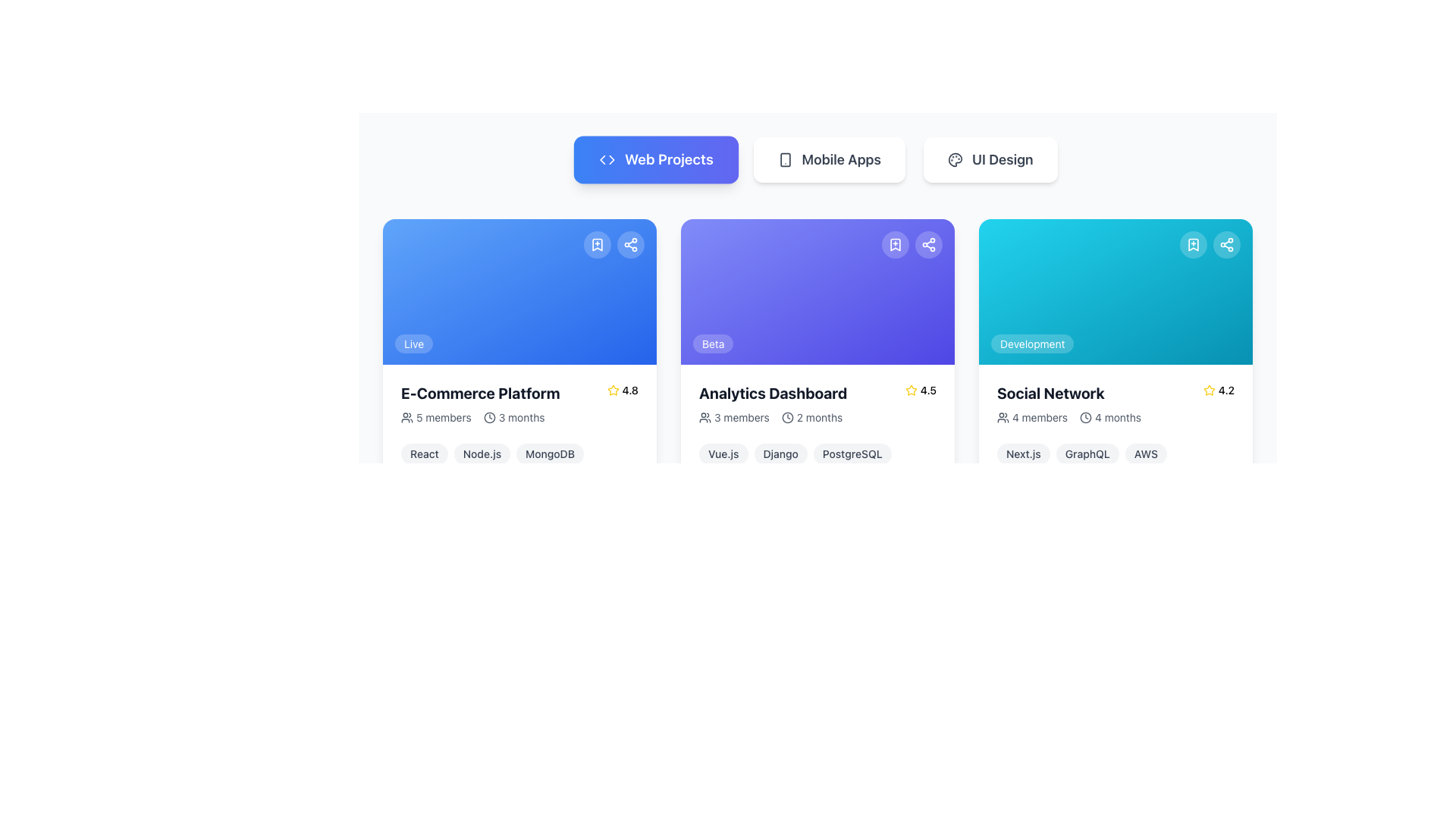  I want to click on the status badge indicating that the associated project or card is currently live, located at the bottom left corner of the card's gradient background, so click(414, 343).